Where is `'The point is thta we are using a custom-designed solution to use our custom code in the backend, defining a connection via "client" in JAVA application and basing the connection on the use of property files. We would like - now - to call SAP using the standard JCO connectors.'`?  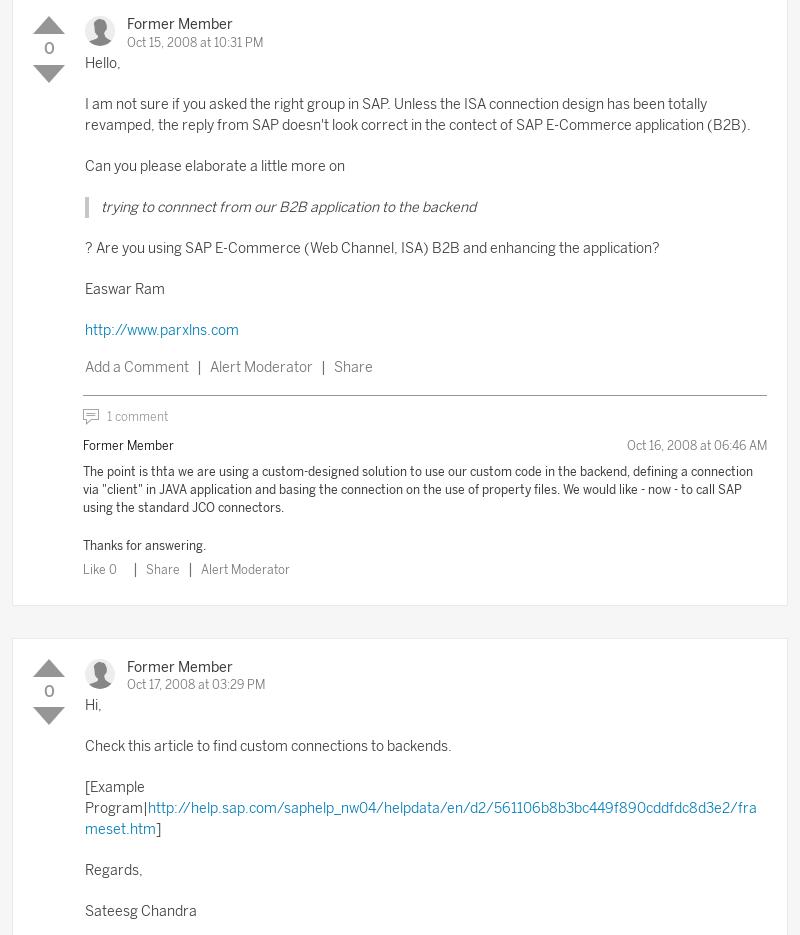 'The point is thta we are using a custom-designed solution to use our custom code in the backend, defining a connection via "client" in JAVA application and basing the connection on the use of property files. We would like - now - to call SAP using the standard JCO connectors.' is located at coordinates (418, 490).